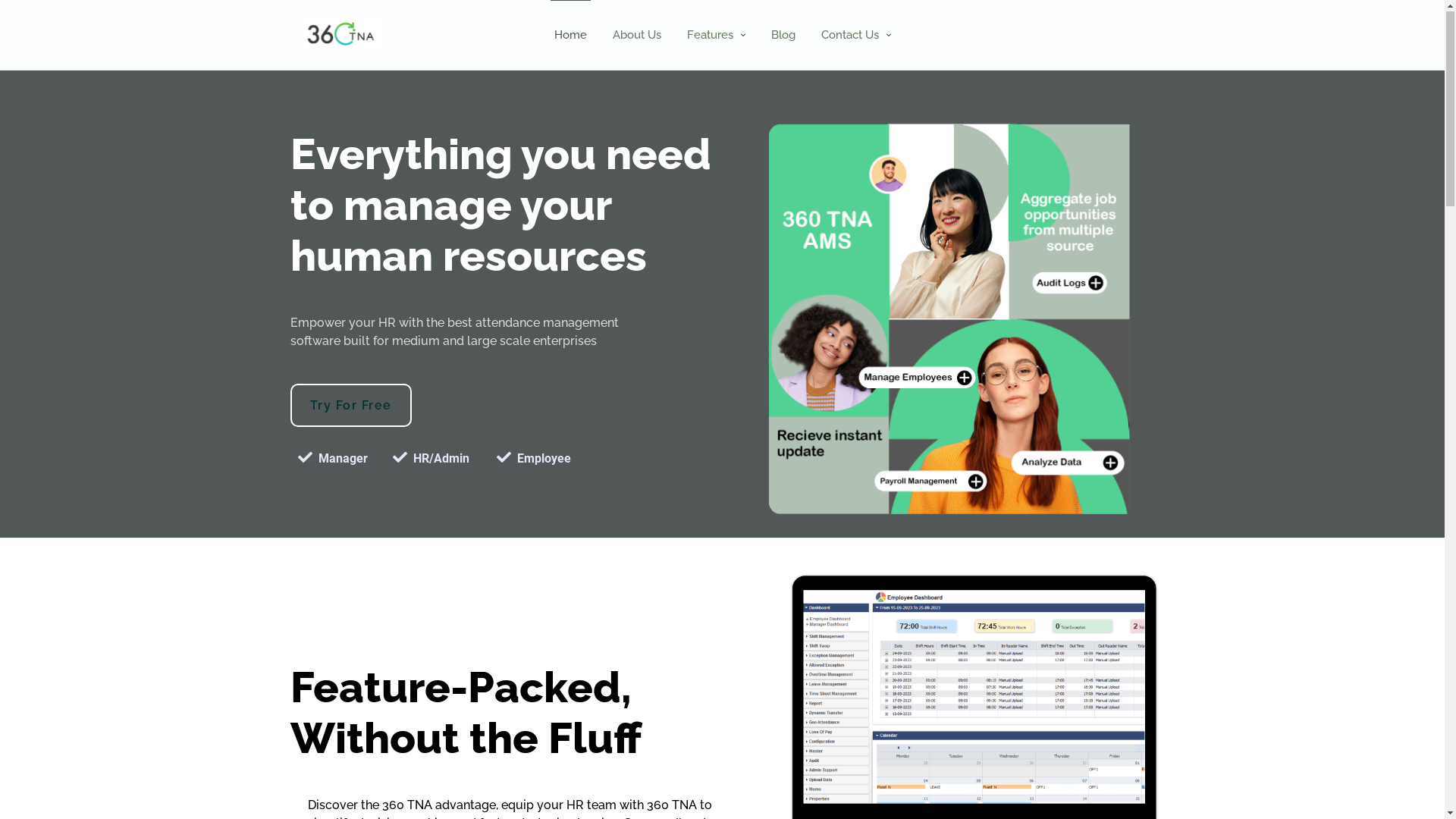 This screenshot has height=819, width=1456. Describe the element at coordinates (349, 405) in the screenshot. I see `'Try For Free'` at that location.